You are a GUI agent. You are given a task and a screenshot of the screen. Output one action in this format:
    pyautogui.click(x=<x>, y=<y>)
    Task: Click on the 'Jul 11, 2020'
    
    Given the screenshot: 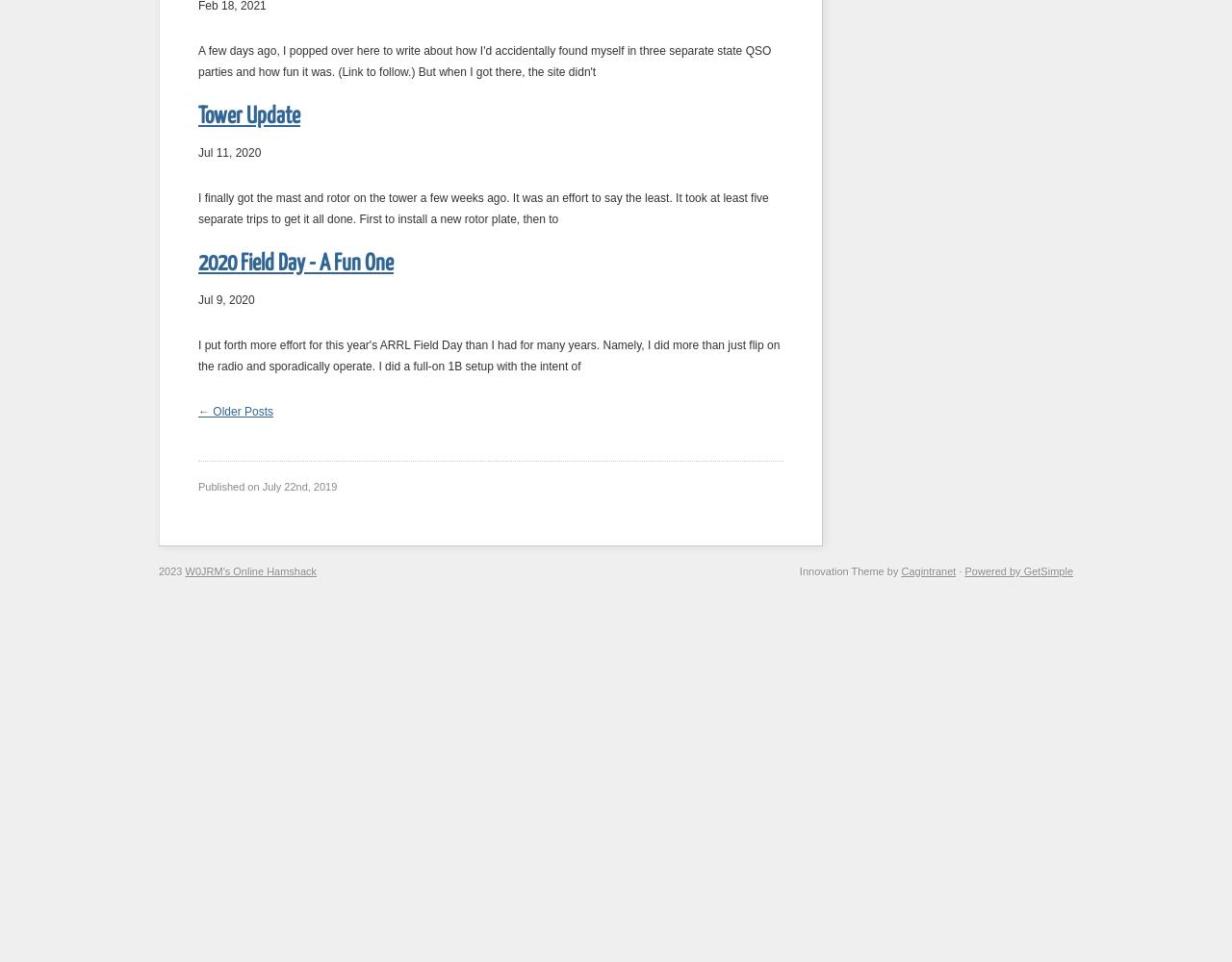 What is the action you would take?
    pyautogui.click(x=229, y=153)
    